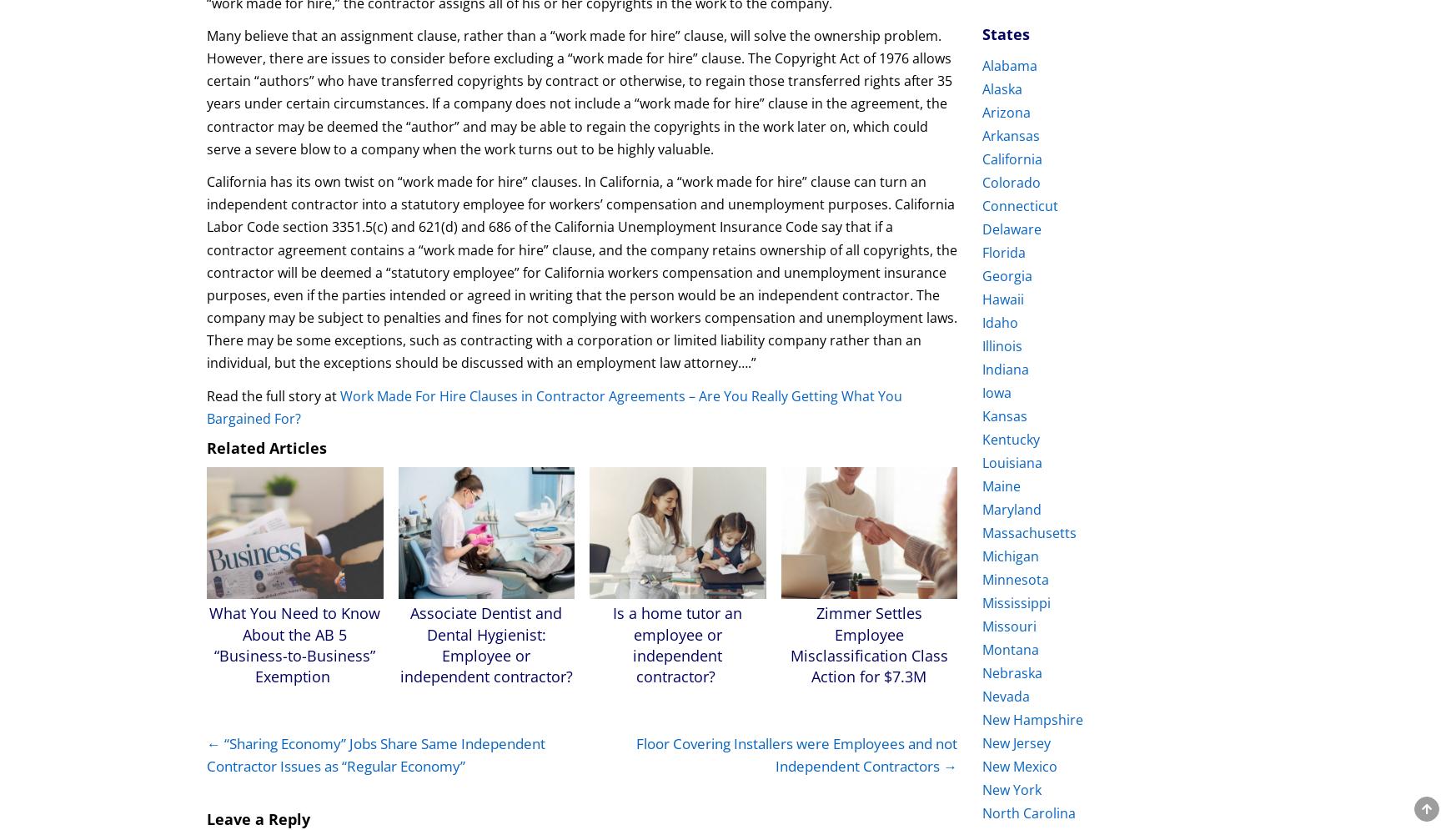 This screenshot has height=830, width=1456. What do you see at coordinates (1012, 790) in the screenshot?
I see `'New York'` at bounding box center [1012, 790].